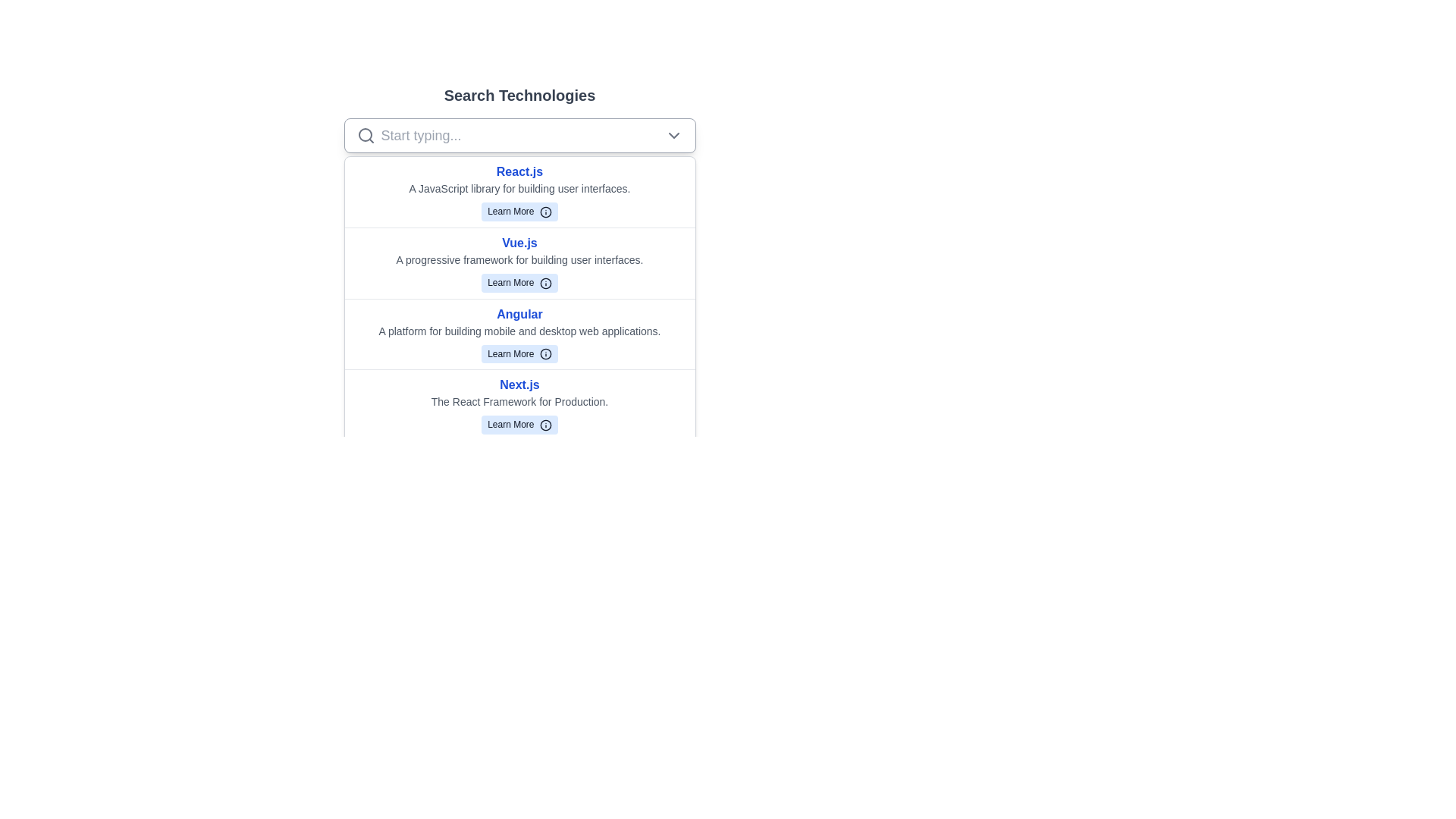  What do you see at coordinates (545, 212) in the screenshot?
I see `the outer circle of the icon located to the right of the 'Learn More' text for Vue.js, which is part of the 'Search Technologies' section` at bounding box center [545, 212].